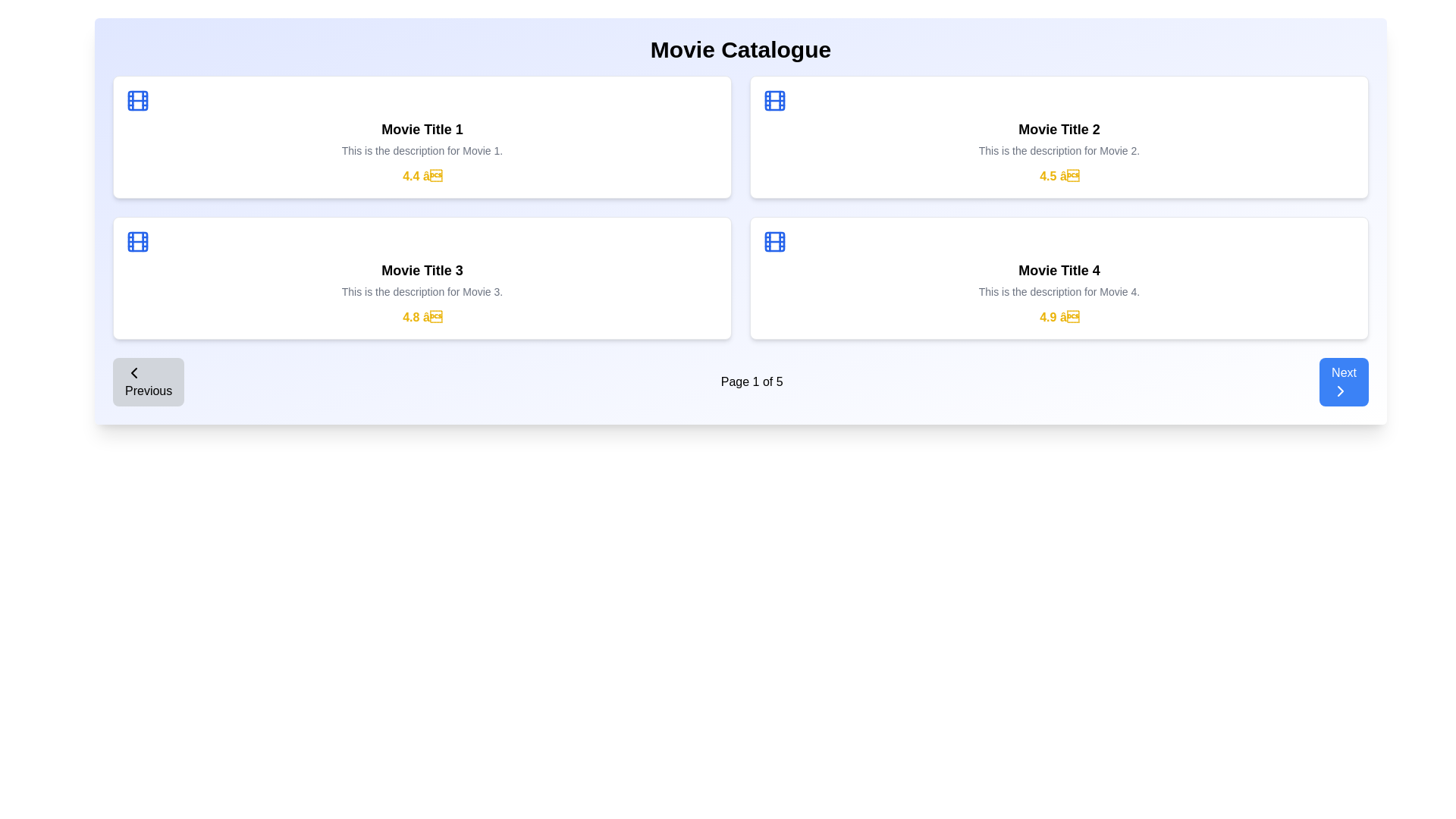 This screenshot has width=1456, height=819. Describe the element at coordinates (1058, 151) in the screenshot. I see `the static text element that provides a brief overview or additional information for 'Movie Title 2', located just below the title and above the rating section` at that location.